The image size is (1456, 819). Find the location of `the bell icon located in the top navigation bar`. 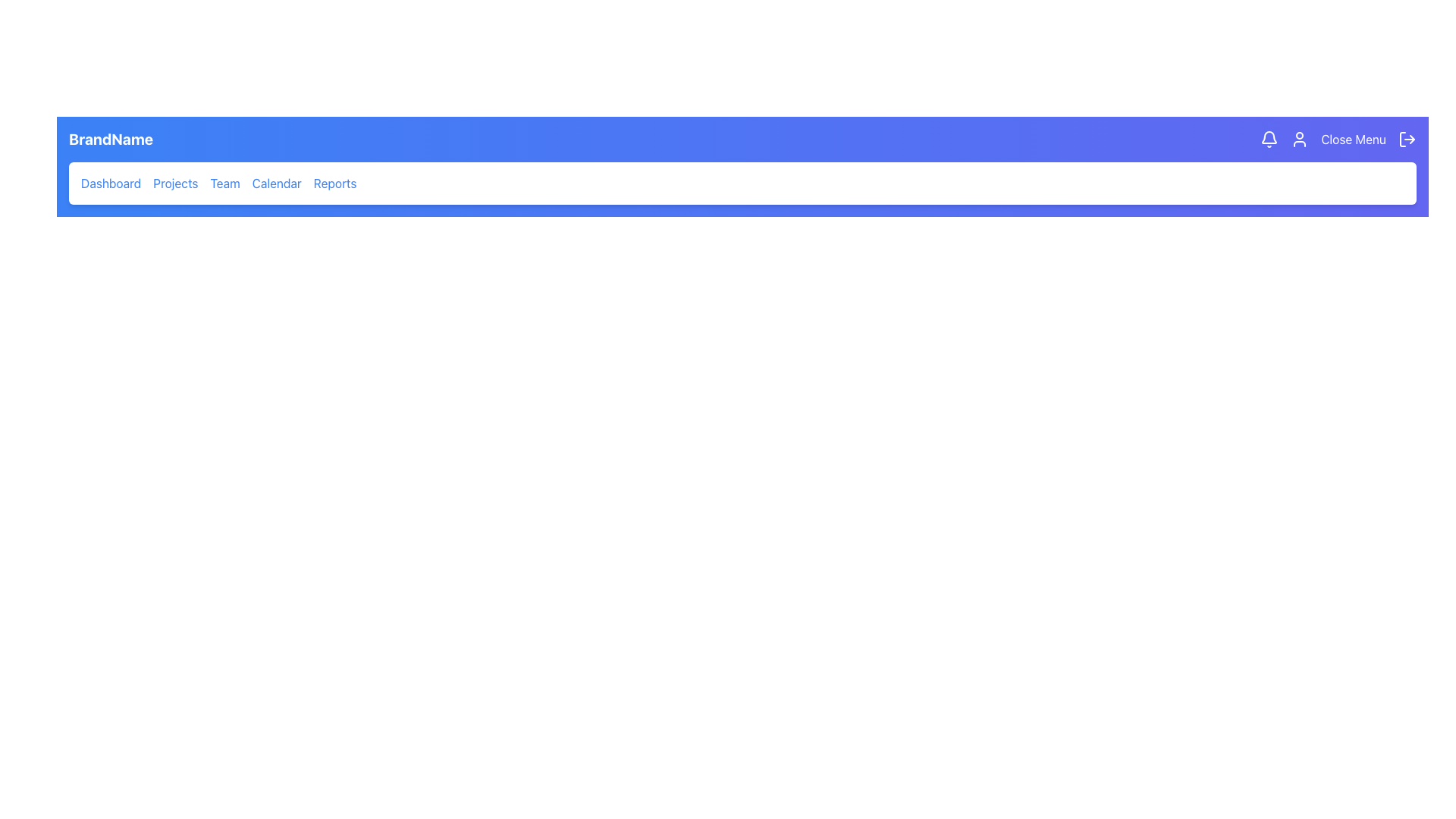

the bell icon located in the top navigation bar is located at coordinates (1269, 140).